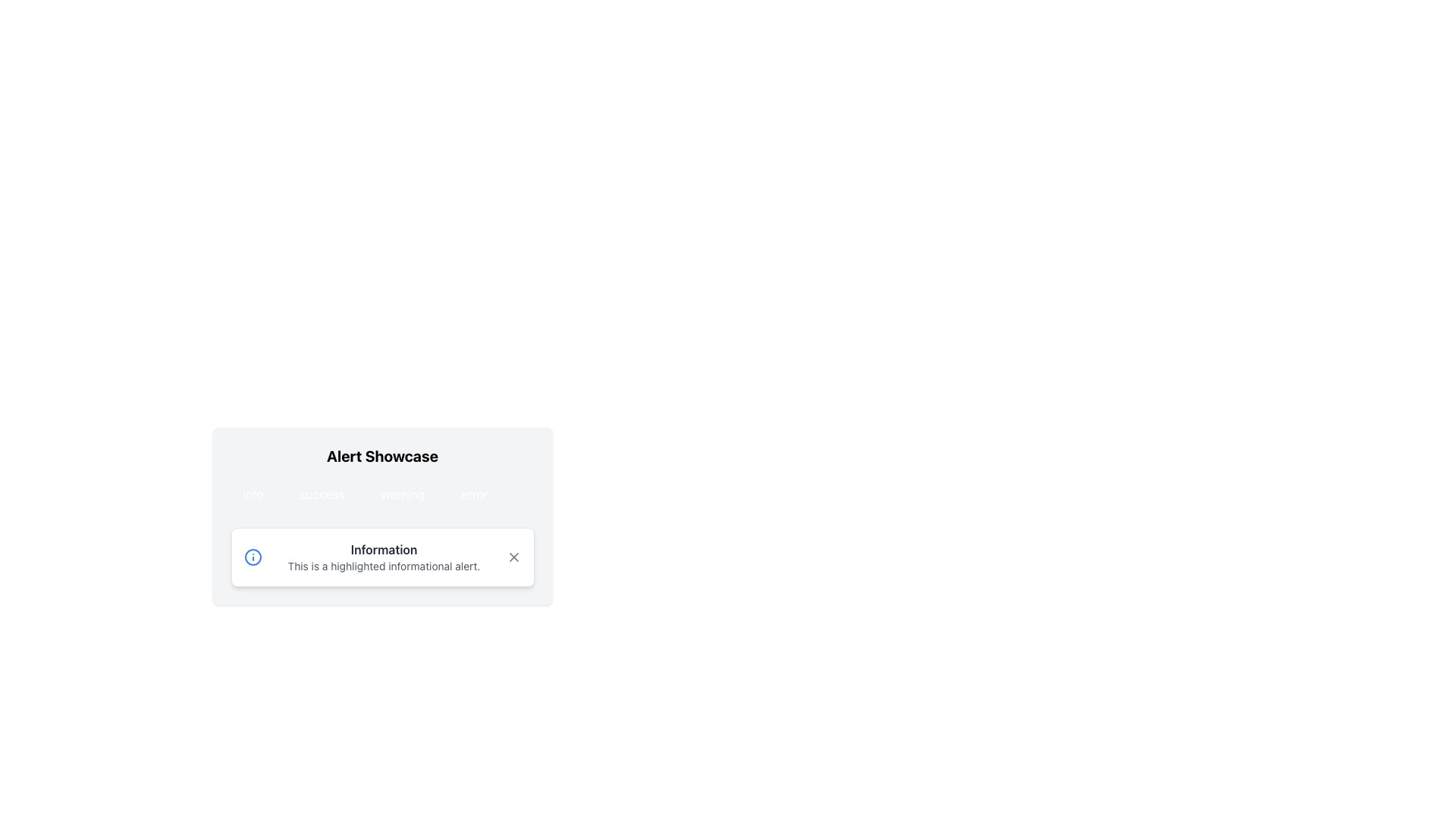 The image size is (1456, 819). What do you see at coordinates (403, 494) in the screenshot?
I see `the warning button located between the 'success' and 'error' buttons in the Alert Showcase section` at bounding box center [403, 494].